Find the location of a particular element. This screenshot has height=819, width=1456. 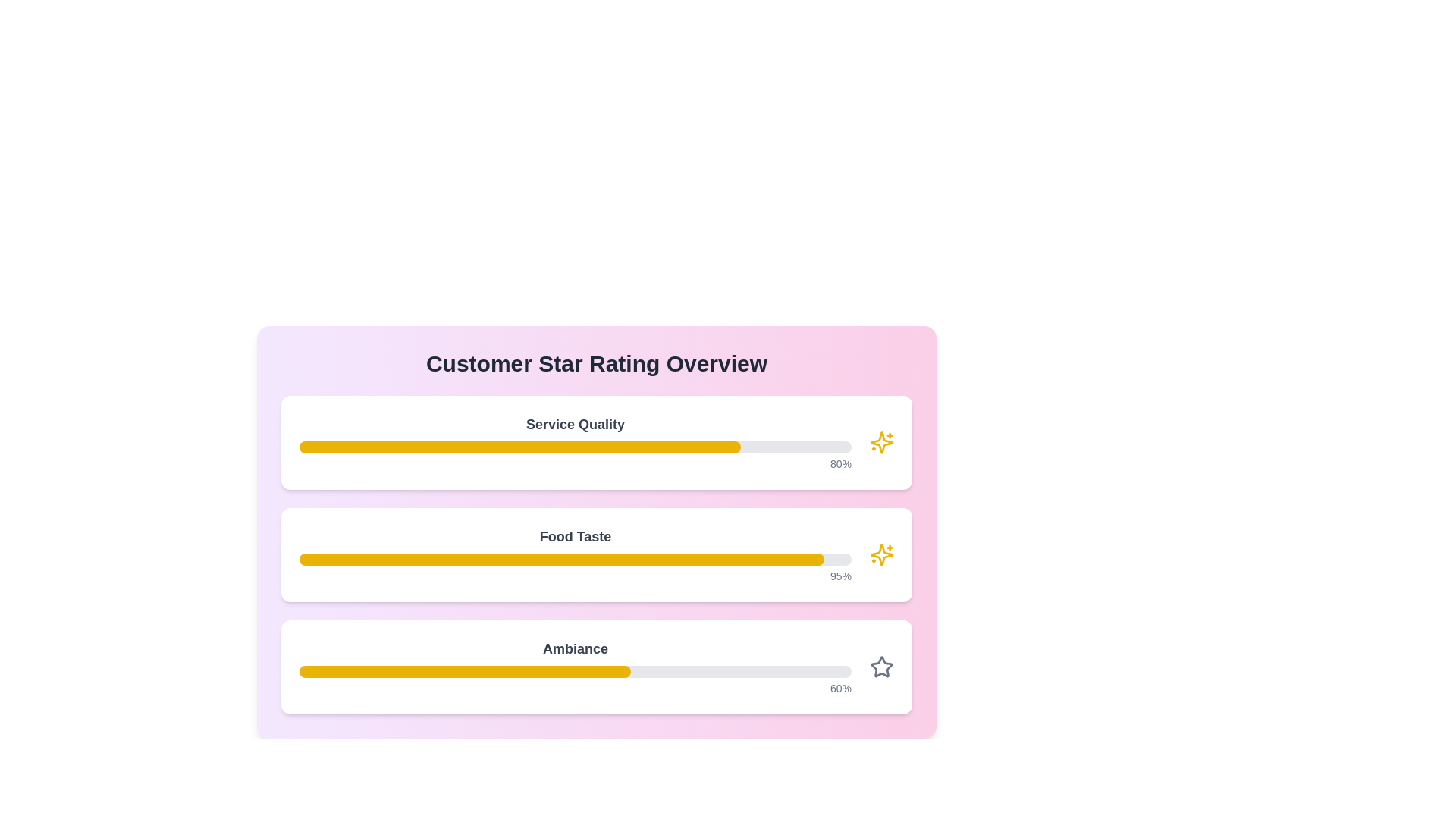

the yellow star-like SVG icon in the 'Food Taste' rating module, which is the second item among the three listed ratings is located at coordinates (881, 442).